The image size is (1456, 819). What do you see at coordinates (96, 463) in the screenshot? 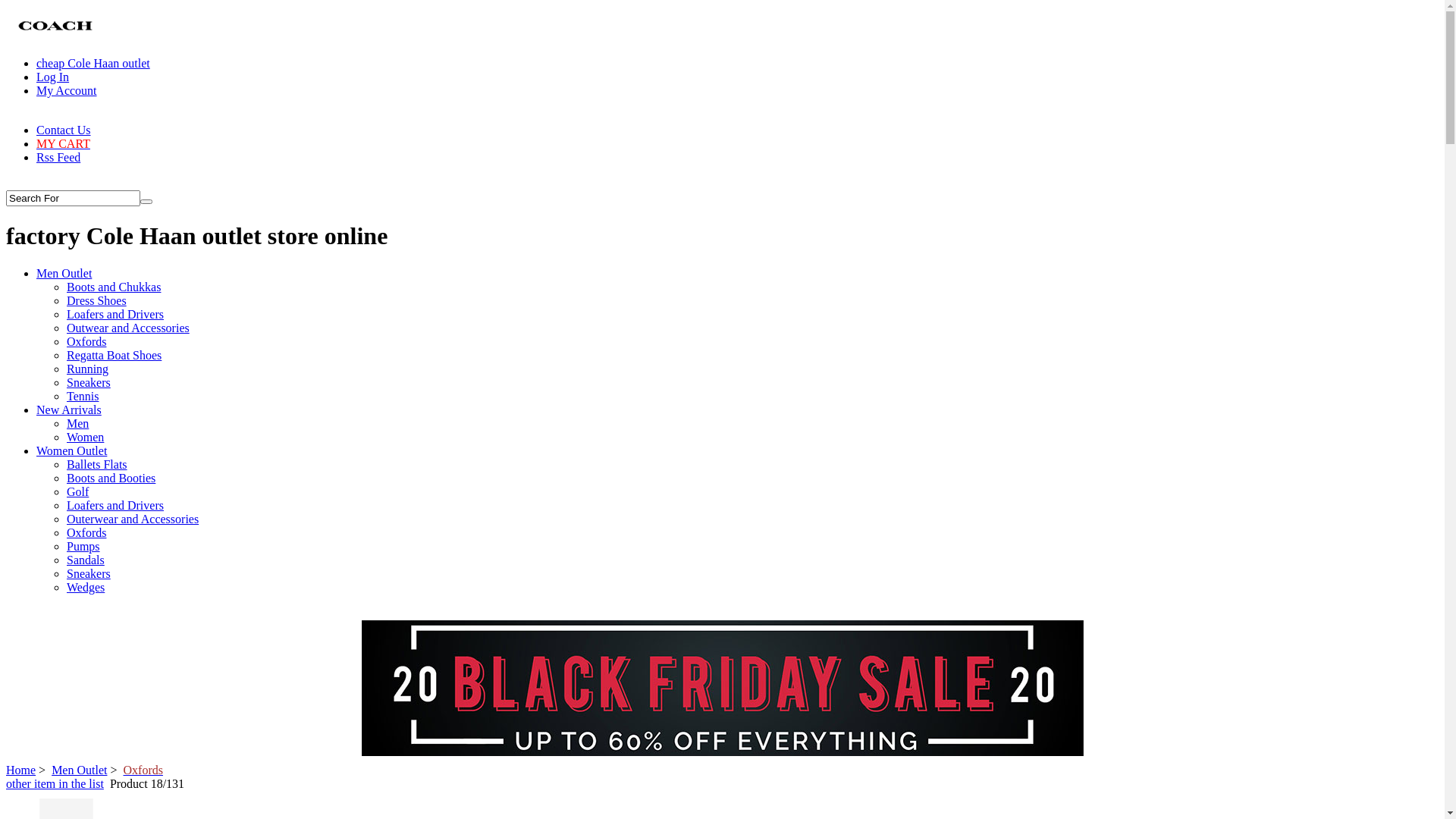
I see `'Ballets Flats'` at bounding box center [96, 463].